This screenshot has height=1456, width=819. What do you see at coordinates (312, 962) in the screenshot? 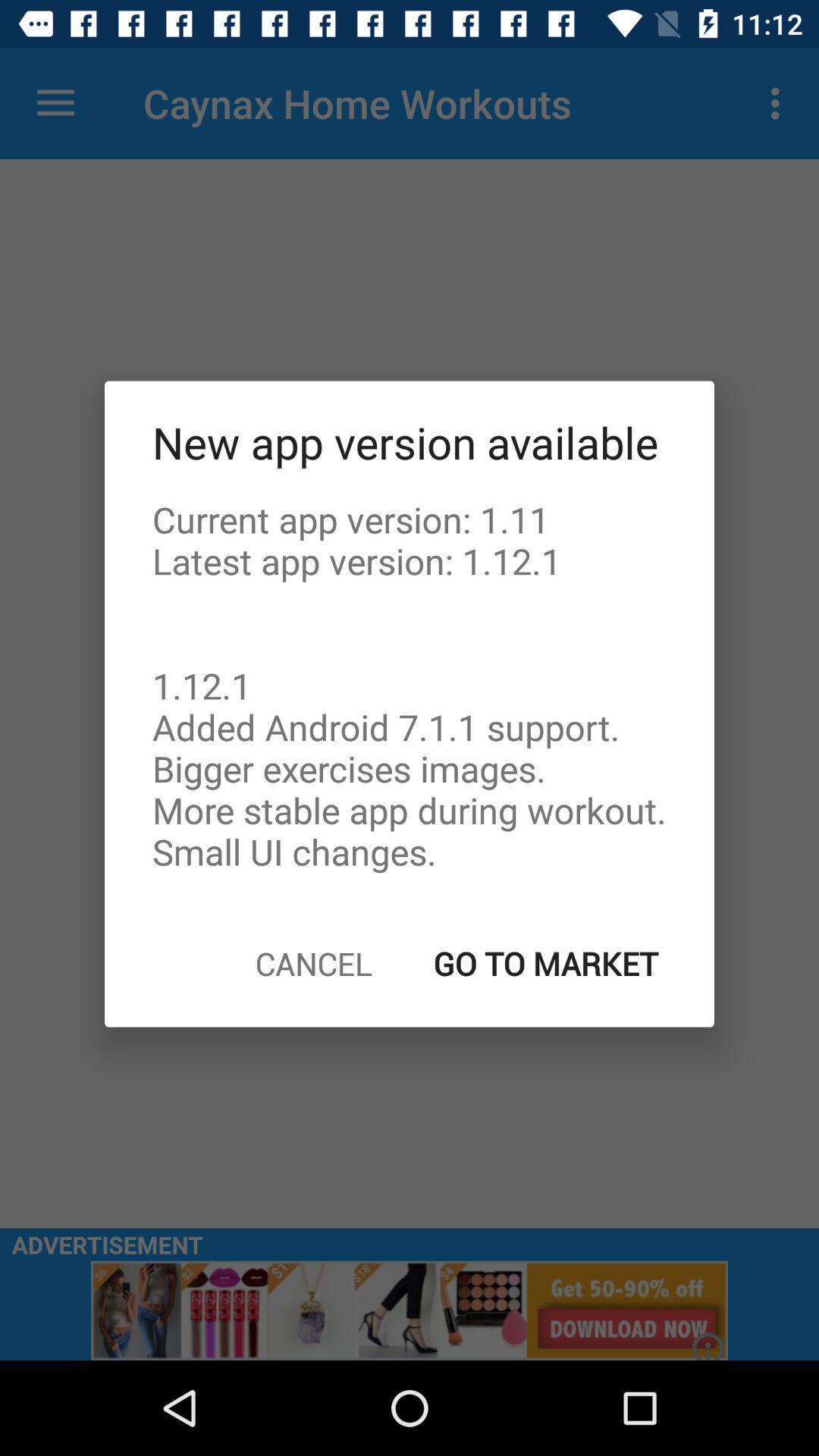
I see `item next to go to market item` at bounding box center [312, 962].